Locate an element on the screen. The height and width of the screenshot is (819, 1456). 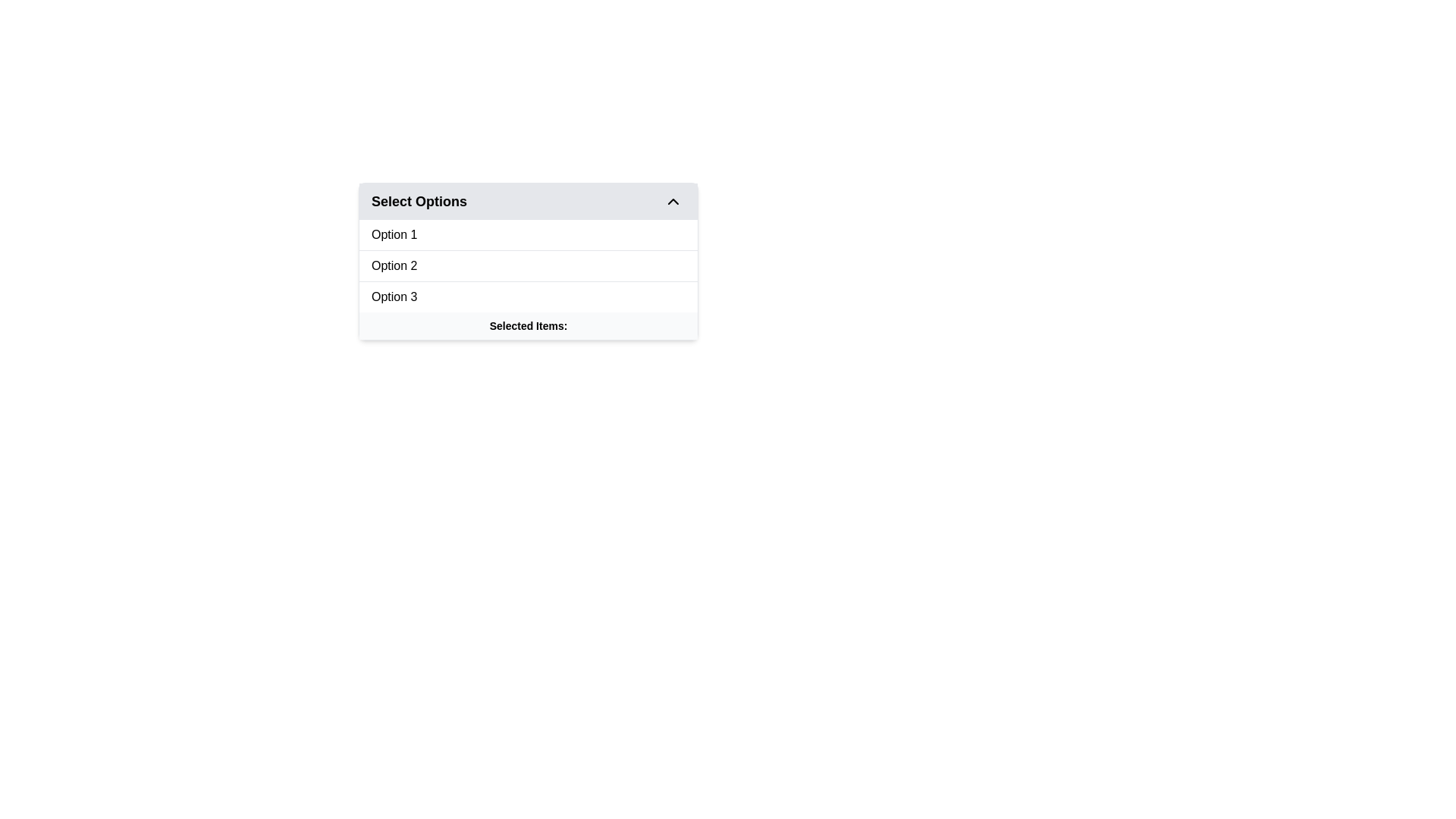
the chevron-up icon located in the top-right corner of the 'Select Options' dropdown menu is located at coordinates (673, 201).